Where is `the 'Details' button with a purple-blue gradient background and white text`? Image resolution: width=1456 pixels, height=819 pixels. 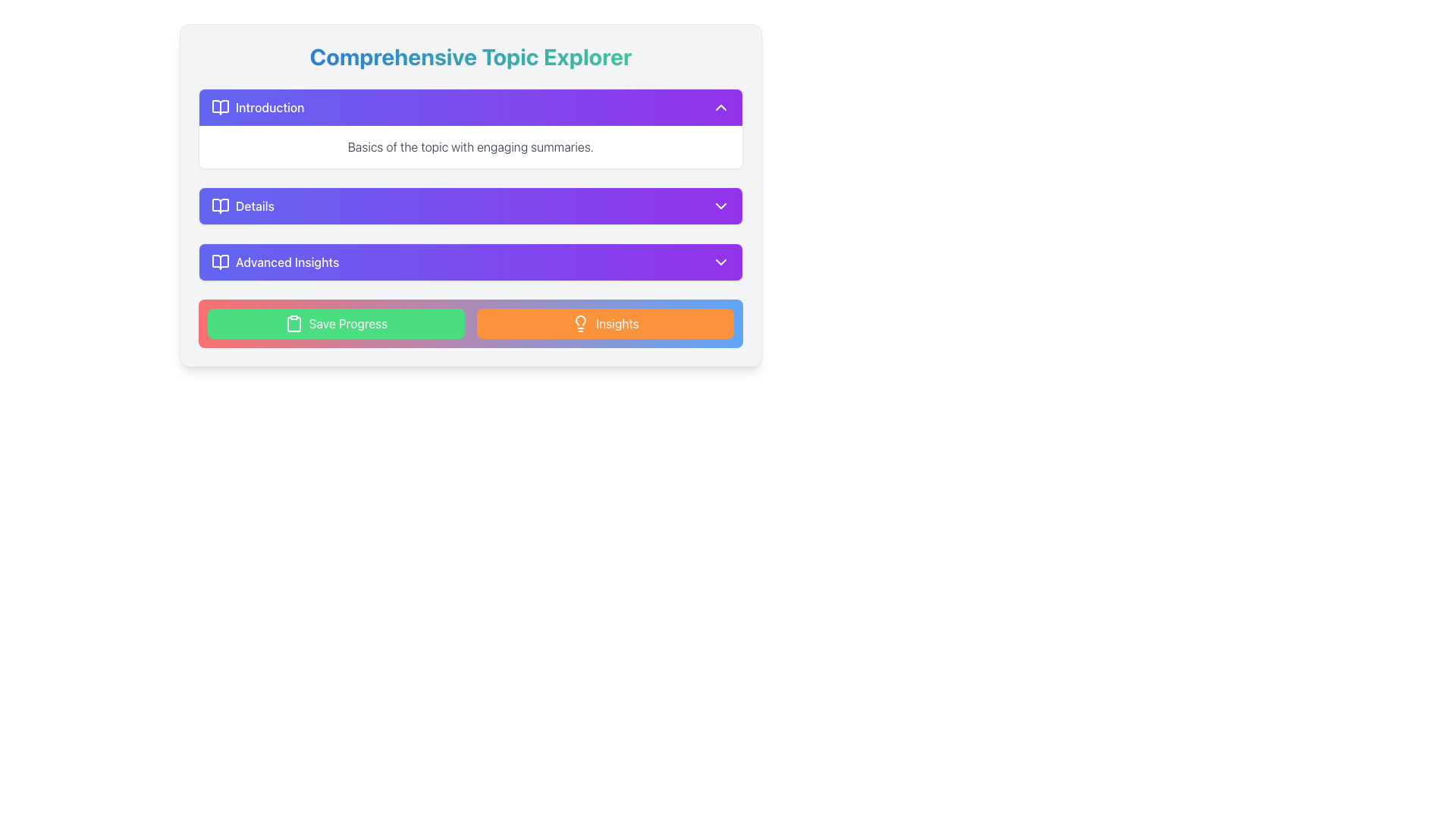 the 'Details' button with a purple-blue gradient background and white text is located at coordinates (243, 206).